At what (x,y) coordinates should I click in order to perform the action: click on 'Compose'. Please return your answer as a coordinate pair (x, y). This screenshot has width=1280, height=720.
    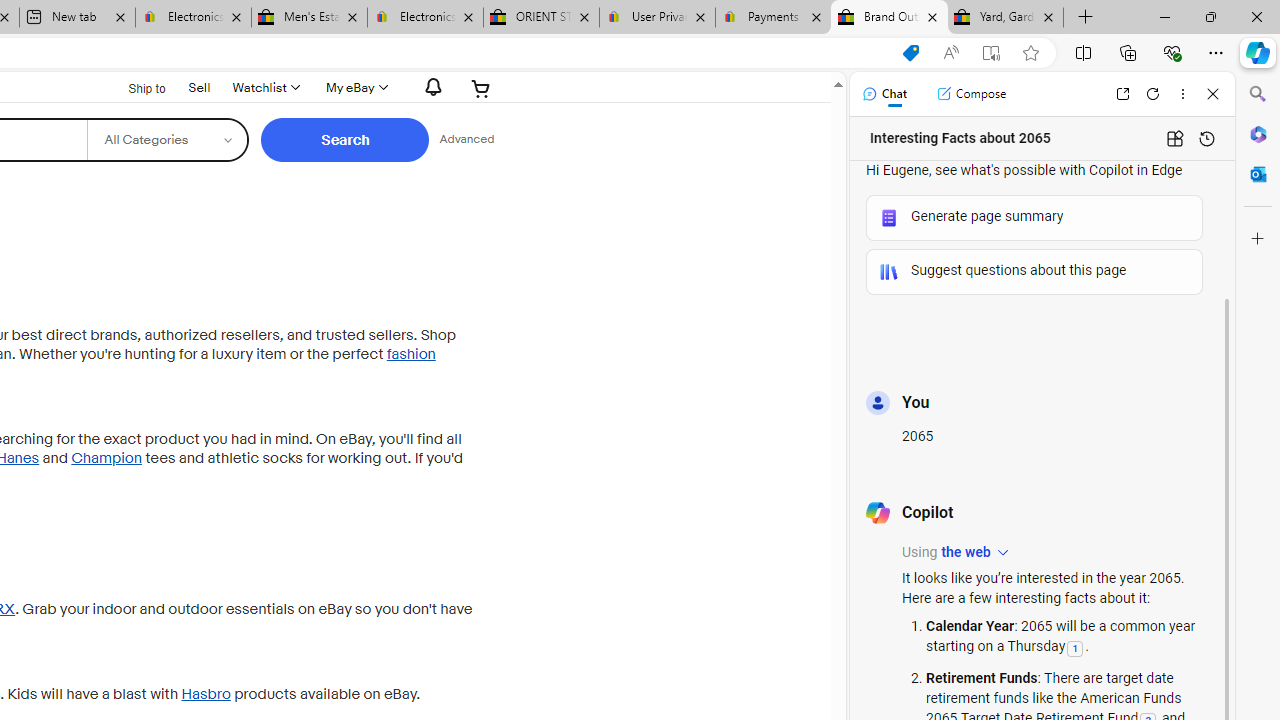
    Looking at the image, I should click on (971, 93).